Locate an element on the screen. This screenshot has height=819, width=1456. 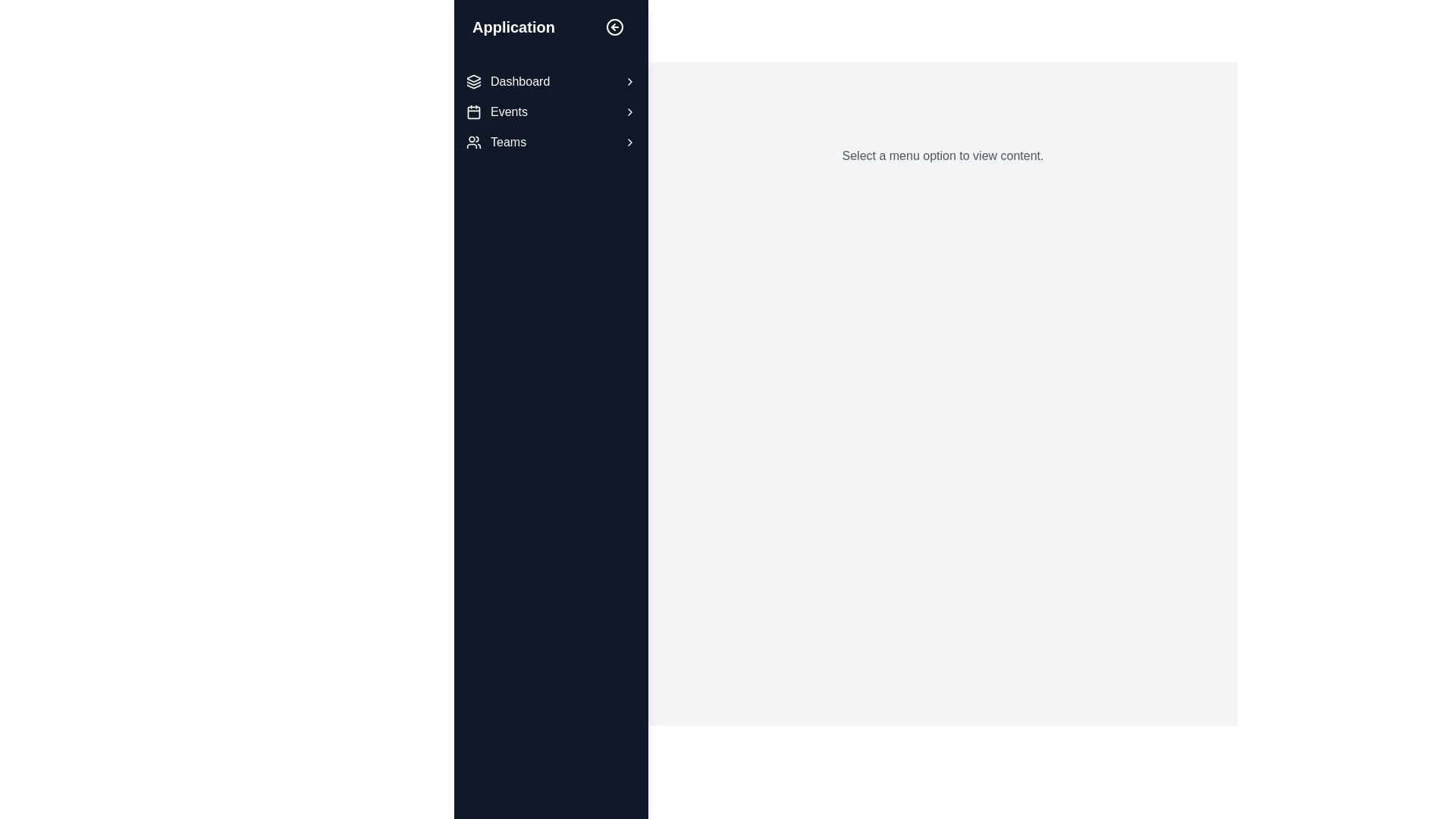
the 'Dashboard' navigation link located in the sidebar, which is the first item above 'Events' and 'Teams' is located at coordinates (508, 82).